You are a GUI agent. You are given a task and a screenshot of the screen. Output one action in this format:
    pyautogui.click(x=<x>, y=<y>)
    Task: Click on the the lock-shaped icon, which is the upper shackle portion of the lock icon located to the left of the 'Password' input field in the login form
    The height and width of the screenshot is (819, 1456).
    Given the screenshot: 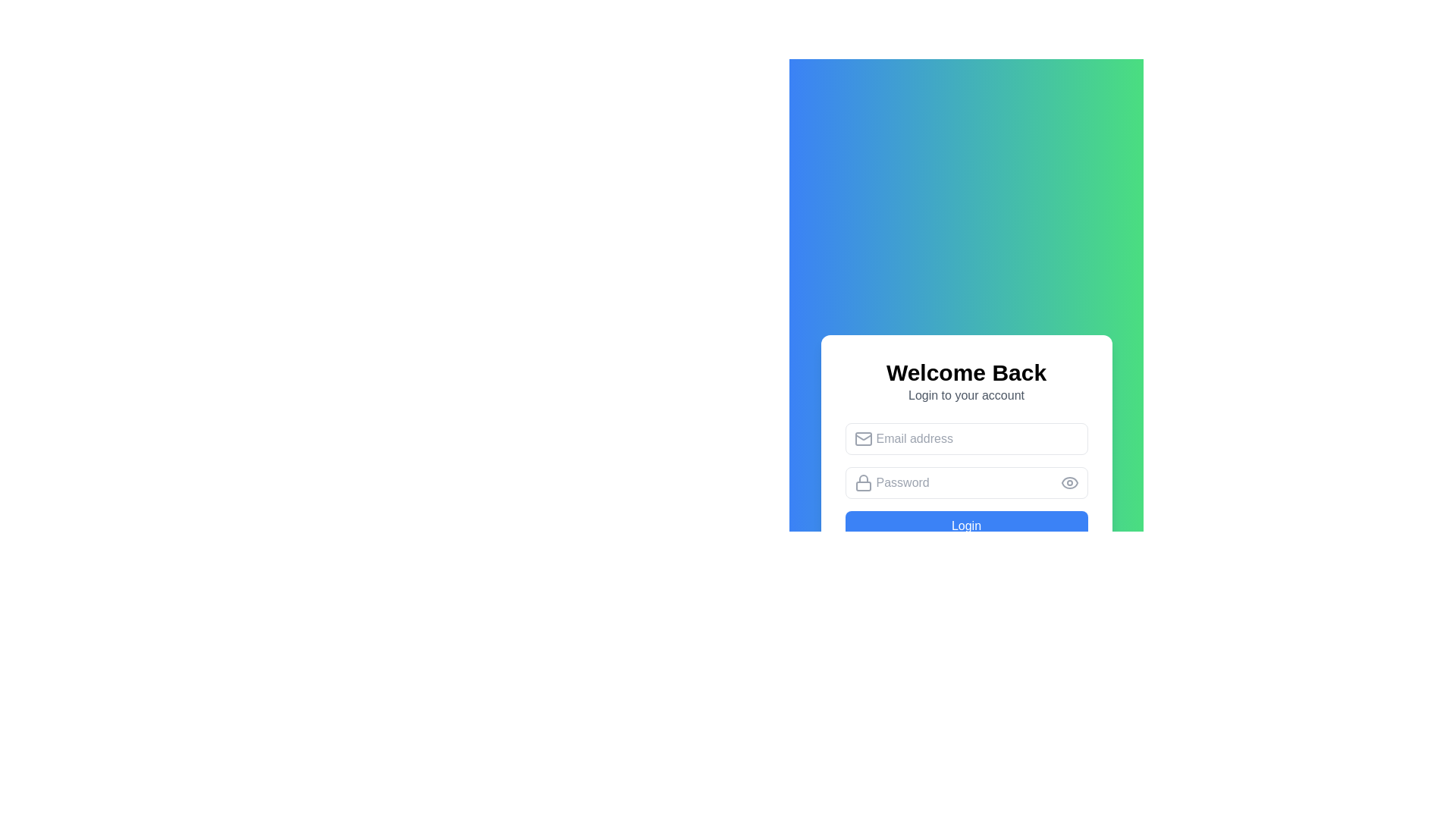 What is the action you would take?
    pyautogui.click(x=863, y=479)
    